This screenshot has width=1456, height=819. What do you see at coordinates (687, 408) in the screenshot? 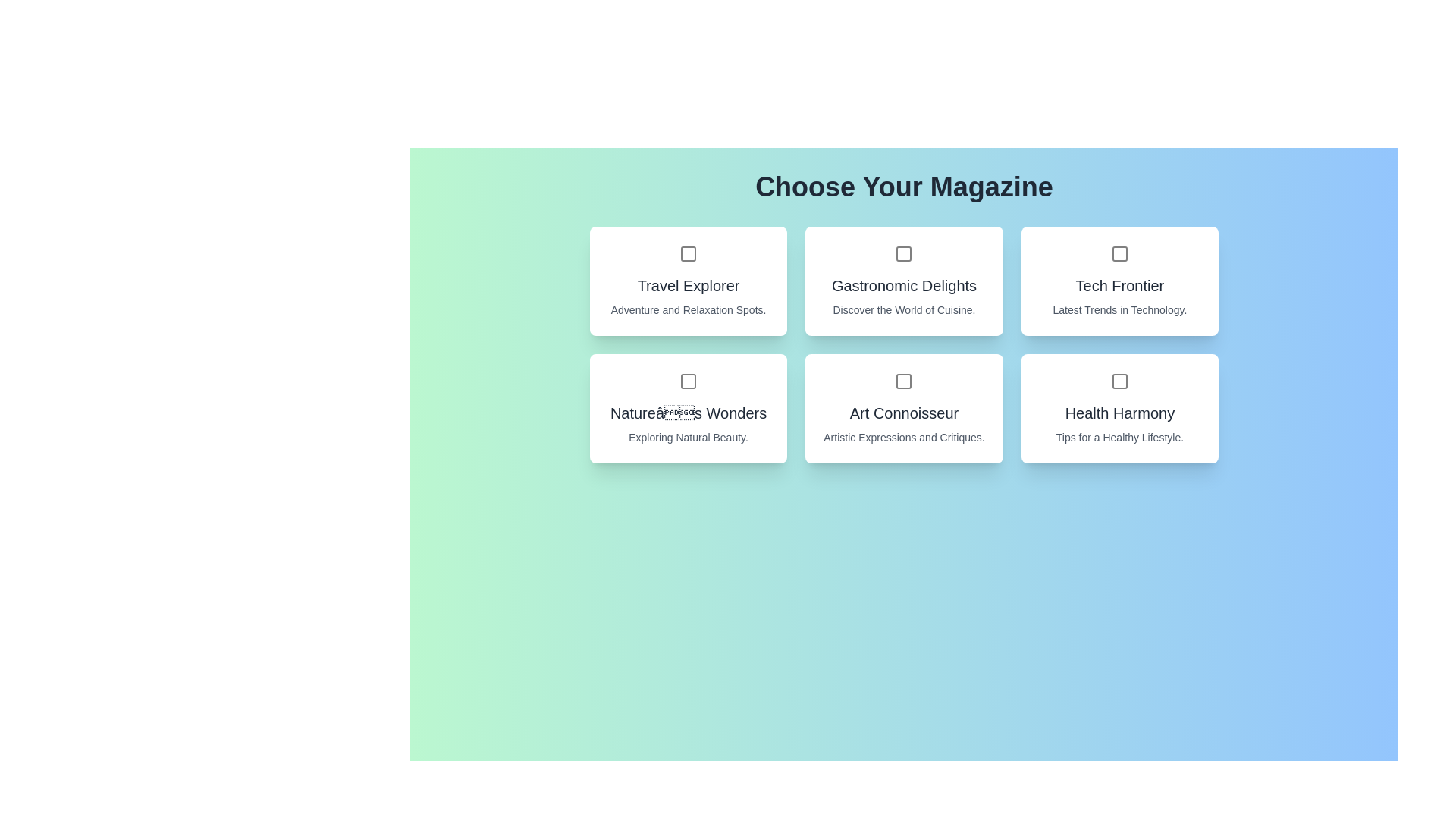
I see `the magazine card for Nature's Wonders` at bounding box center [687, 408].